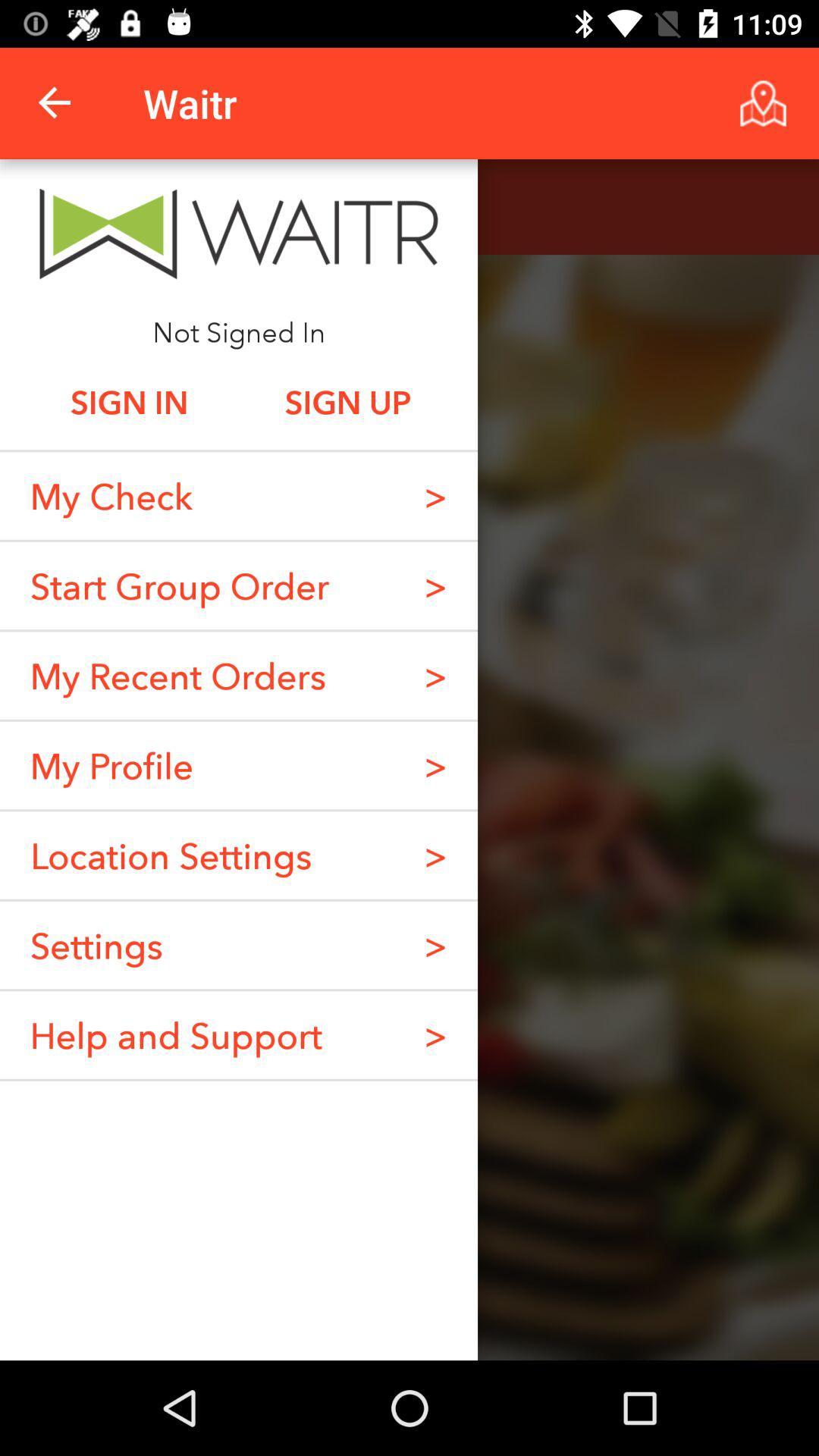  Describe the element at coordinates (435, 944) in the screenshot. I see `the item below the > item` at that location.